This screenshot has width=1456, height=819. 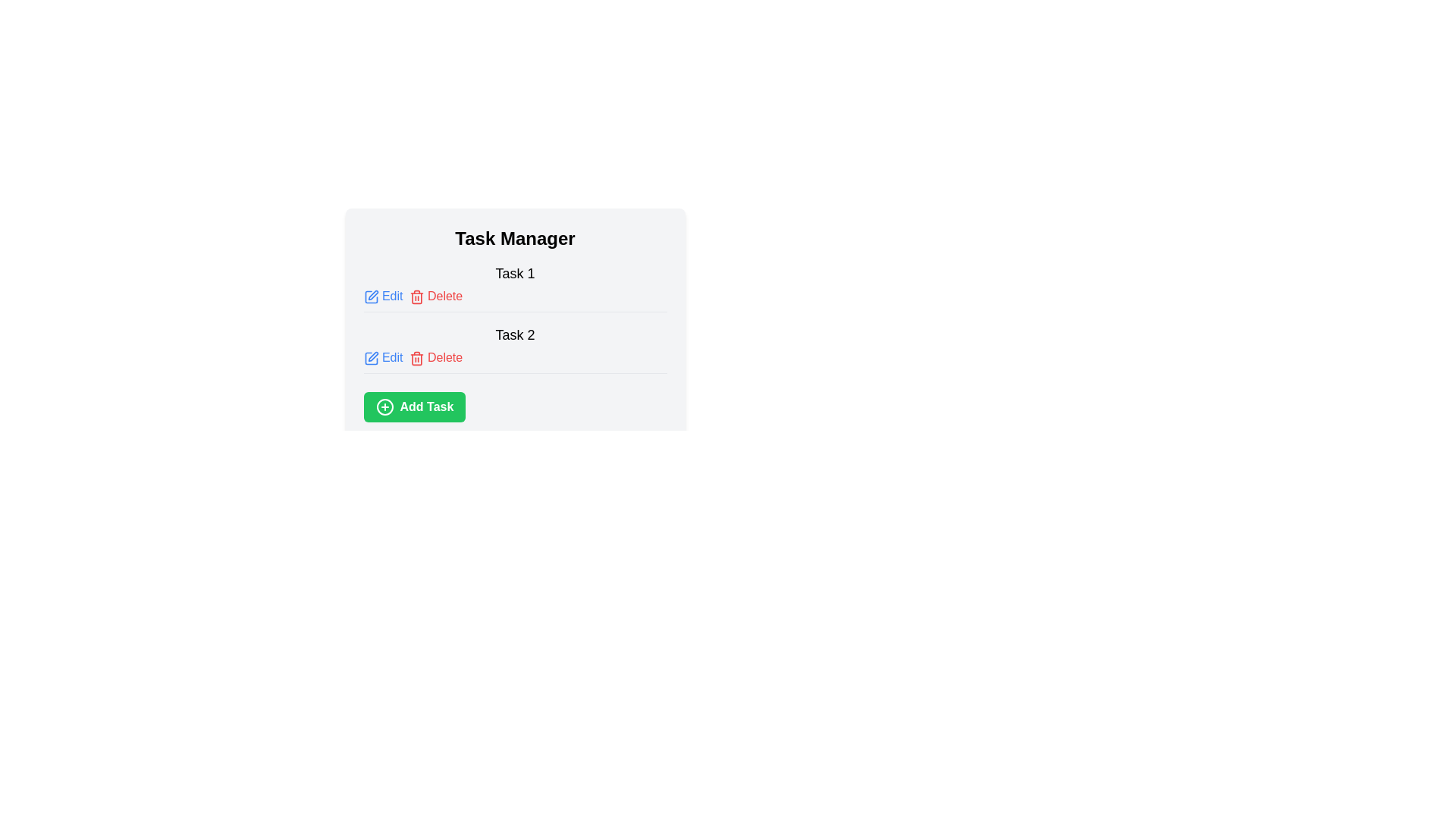 What do you see at coordinates (371, 297) in the screenshot?
I see `the edit icon (SVG) associated with 'Task 1' for visual feedback` at bounding box center [371, 297].